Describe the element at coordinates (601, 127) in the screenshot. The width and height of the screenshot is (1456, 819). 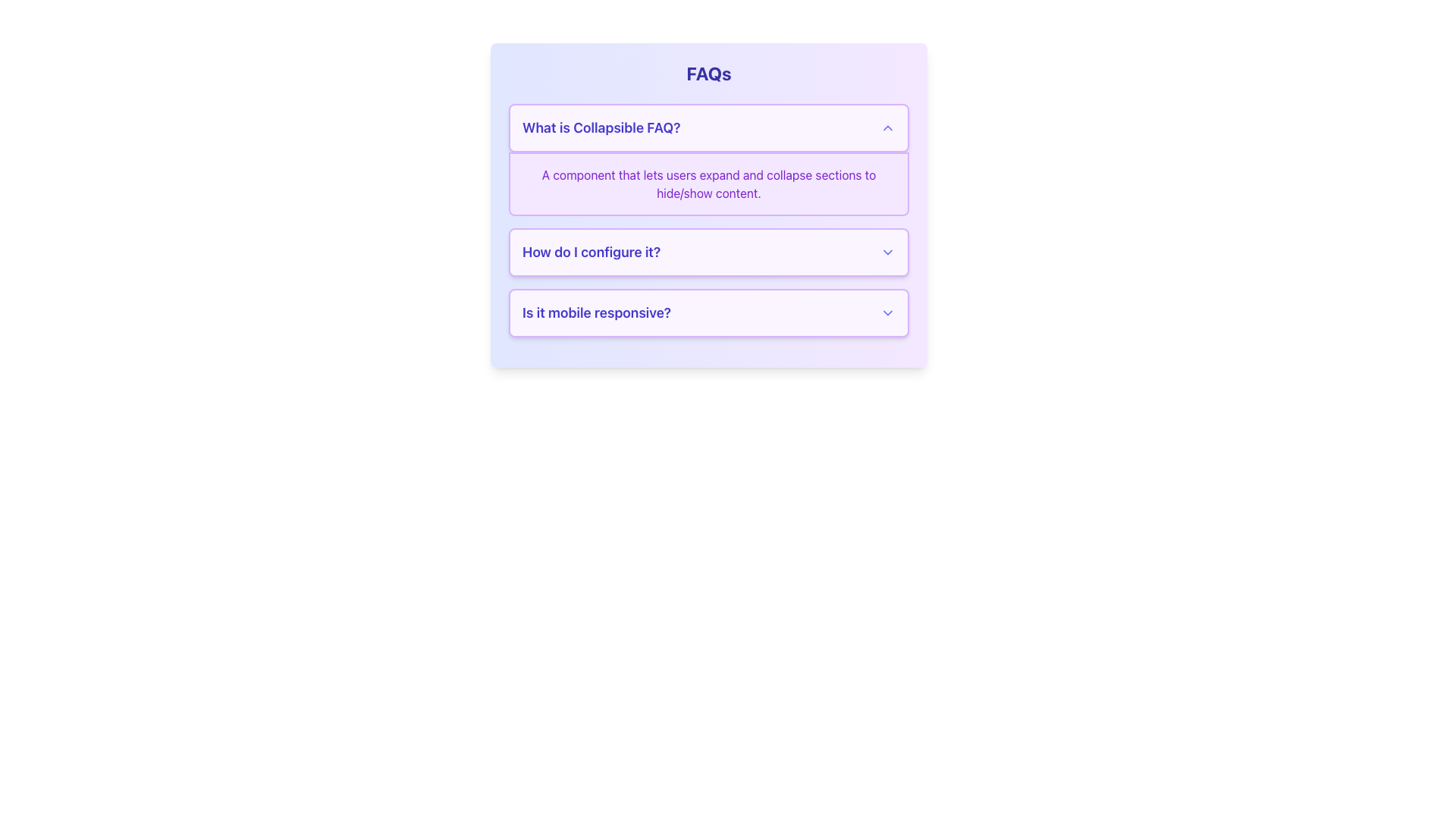
I see `the first textual item of the collapsible FAQ item, which serves as its title` at that location.